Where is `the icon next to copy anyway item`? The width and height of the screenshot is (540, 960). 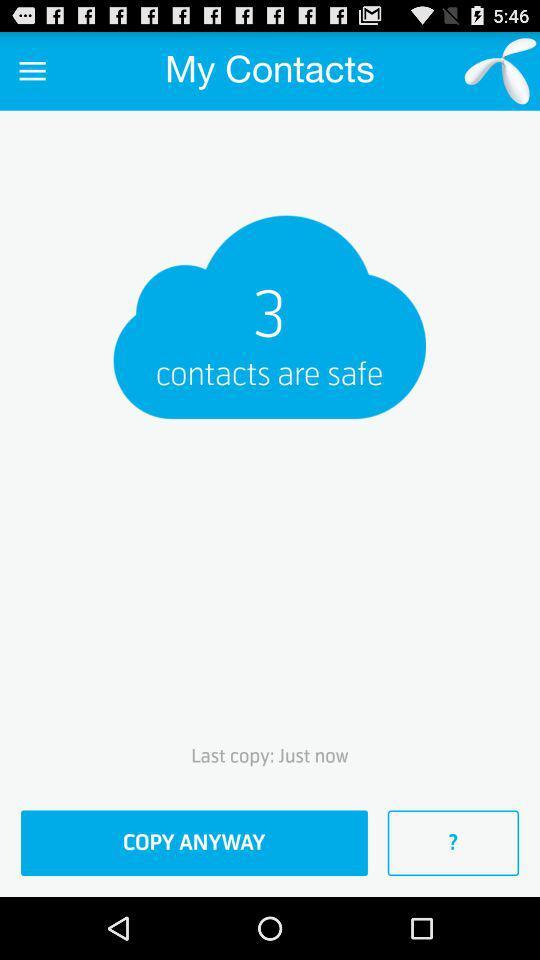
the icon next to copy anyway item is located at coordinates (453, 842).